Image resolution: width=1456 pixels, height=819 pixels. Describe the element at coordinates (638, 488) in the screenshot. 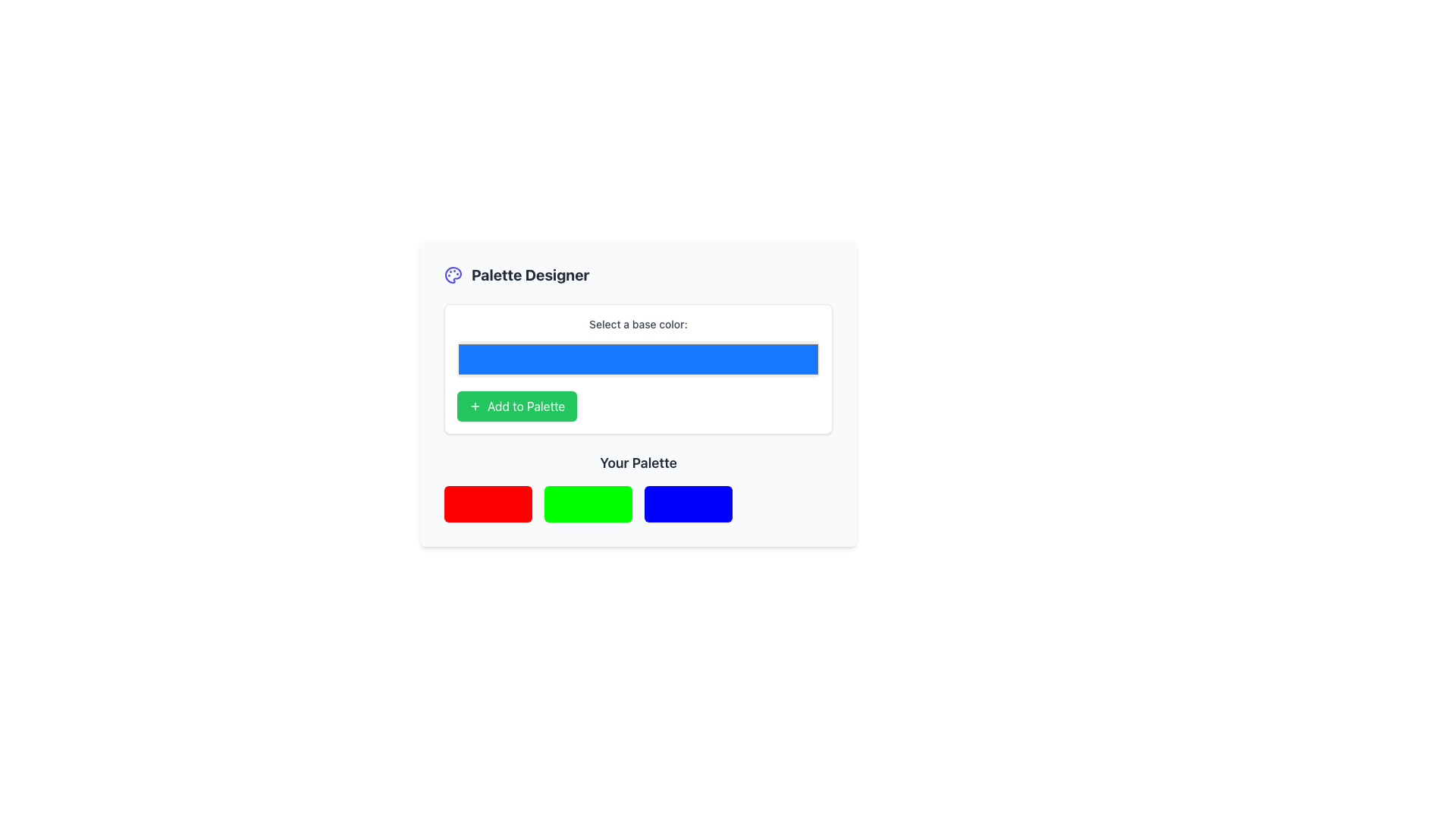

I see `the 'Your Palette' section that contains a grid of color swatches, located below the 'Add to Palette' button in the 'Palette Designer' area` at that location.